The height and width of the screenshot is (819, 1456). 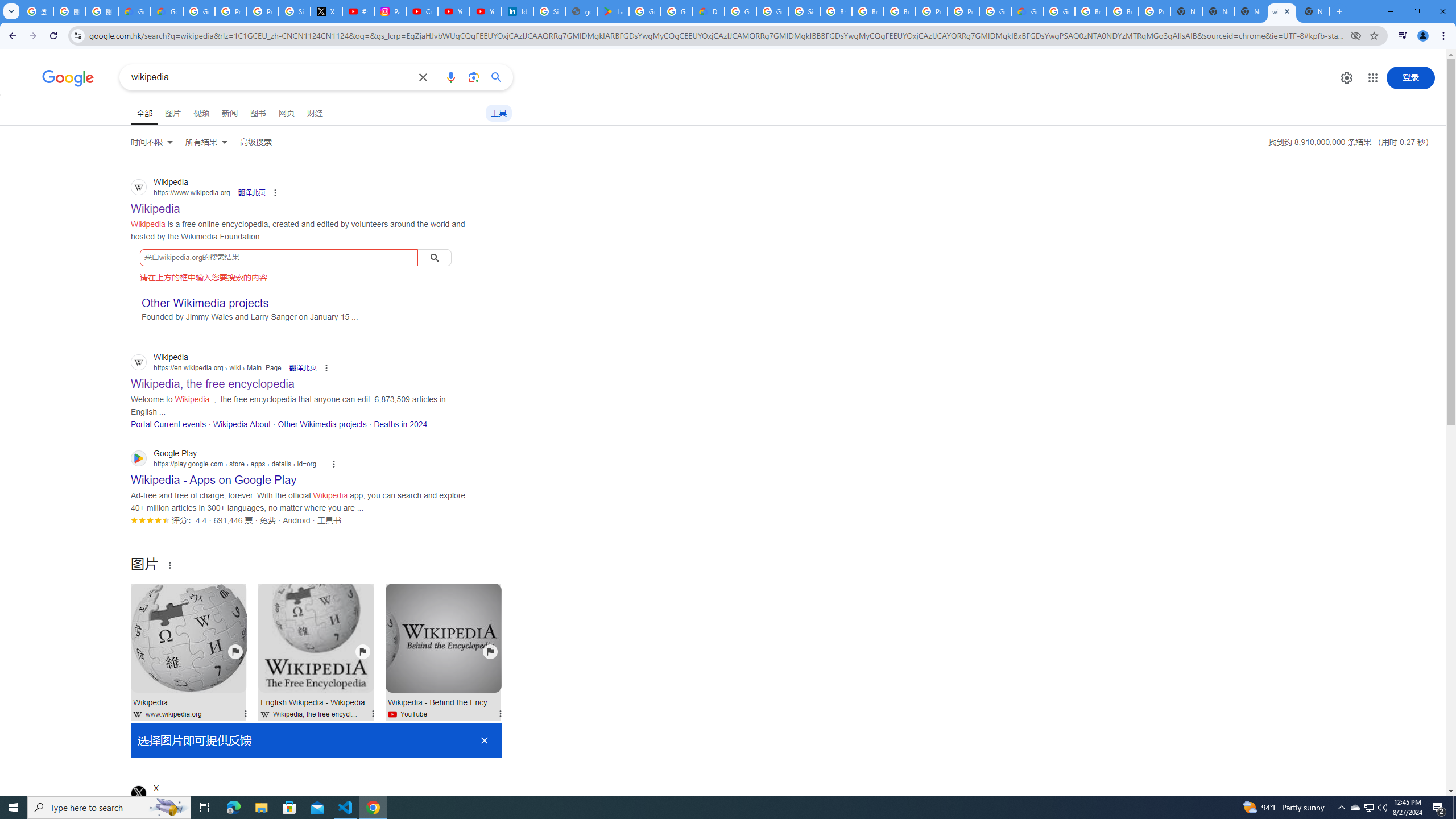 I want to click on 'google_privacy_policy_en.pdf', so click(x=581, y=11).